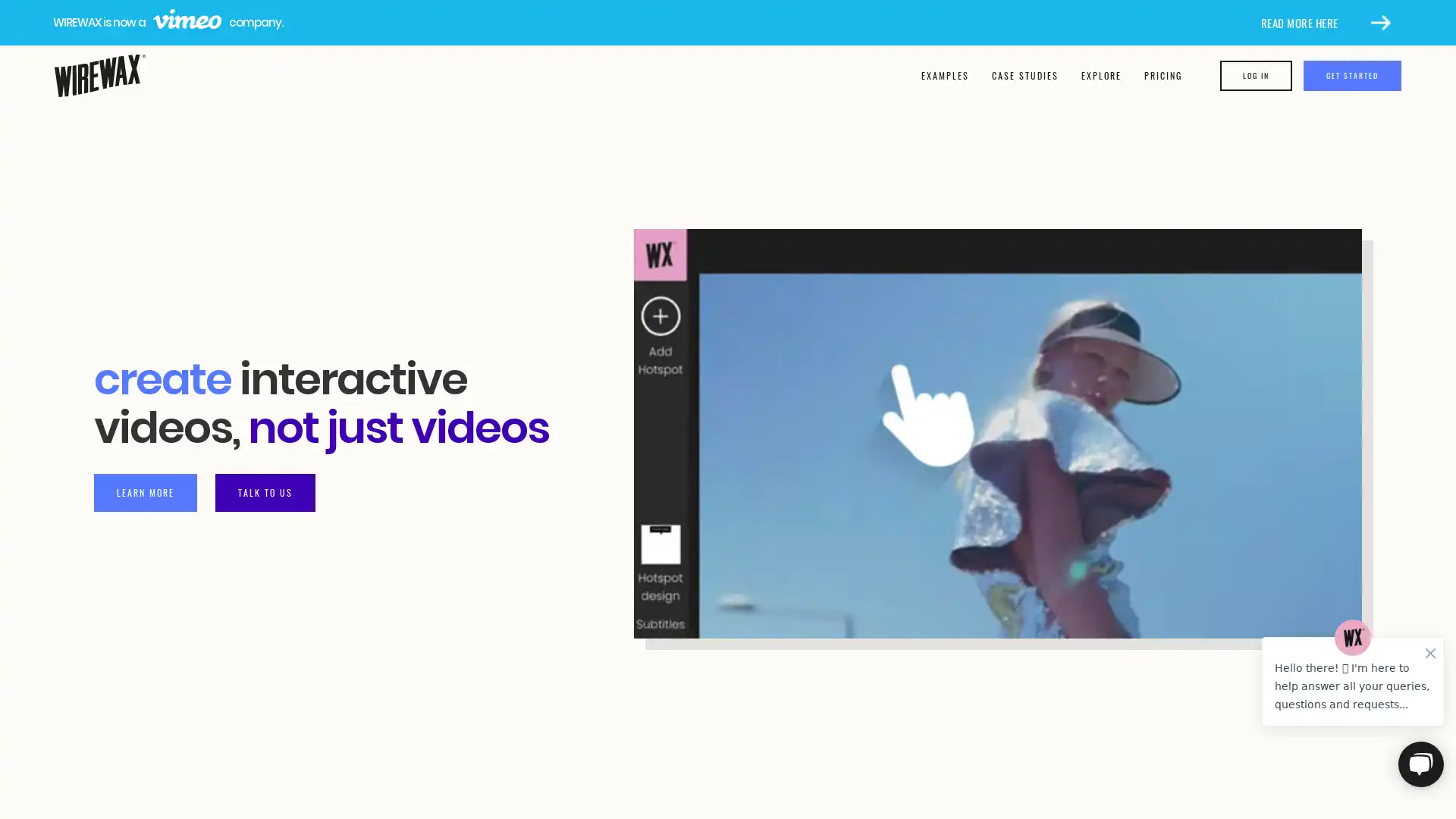  What do you see at coordinates (1354, 76) in the screenshot?
I see `GET STARTED` at bounding box center [1354, 76].